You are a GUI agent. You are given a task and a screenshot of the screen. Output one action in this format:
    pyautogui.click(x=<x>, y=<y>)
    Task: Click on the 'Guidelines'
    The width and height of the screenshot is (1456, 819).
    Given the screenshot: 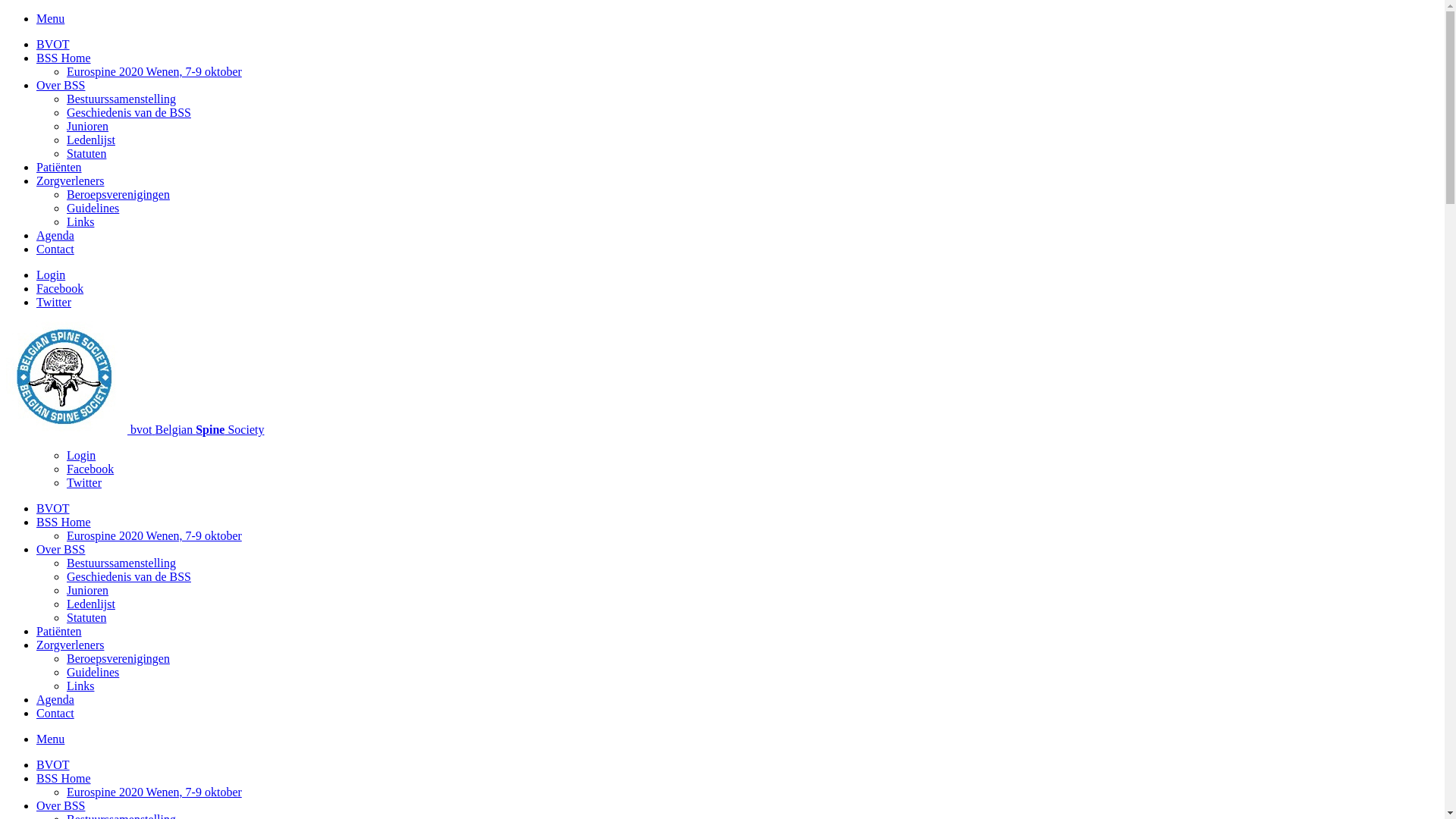 What is the action you would take?
    pyautogui.click(x=92, y=208)
    